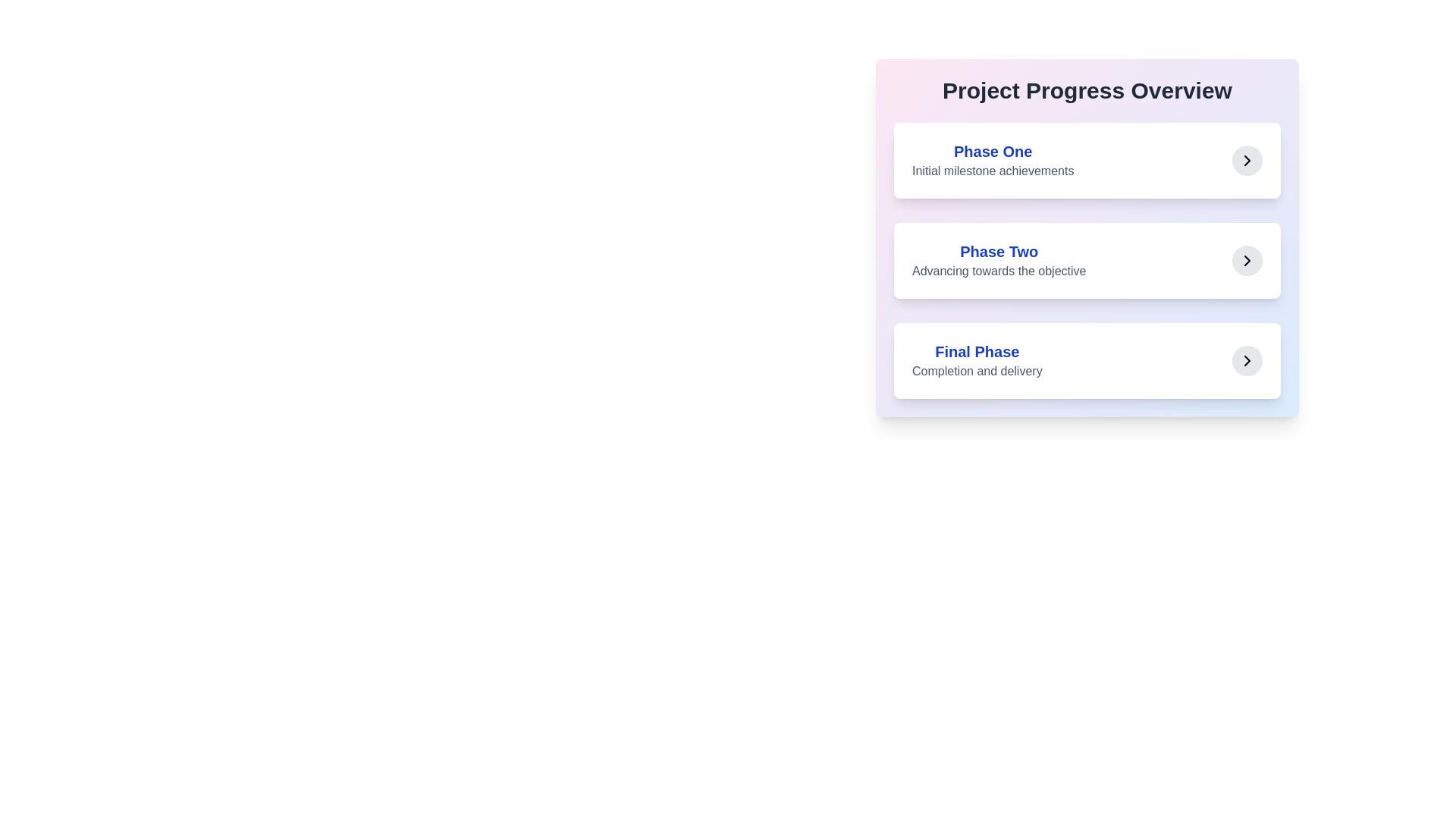 The width and height of the screenshot is (1456, 819). Describe the element at coordinates (1247, 360) in the screenshot. I see `the right-pointing chevron icon located in the bottom-right corner of the 'Final Phase' section card` at that location.